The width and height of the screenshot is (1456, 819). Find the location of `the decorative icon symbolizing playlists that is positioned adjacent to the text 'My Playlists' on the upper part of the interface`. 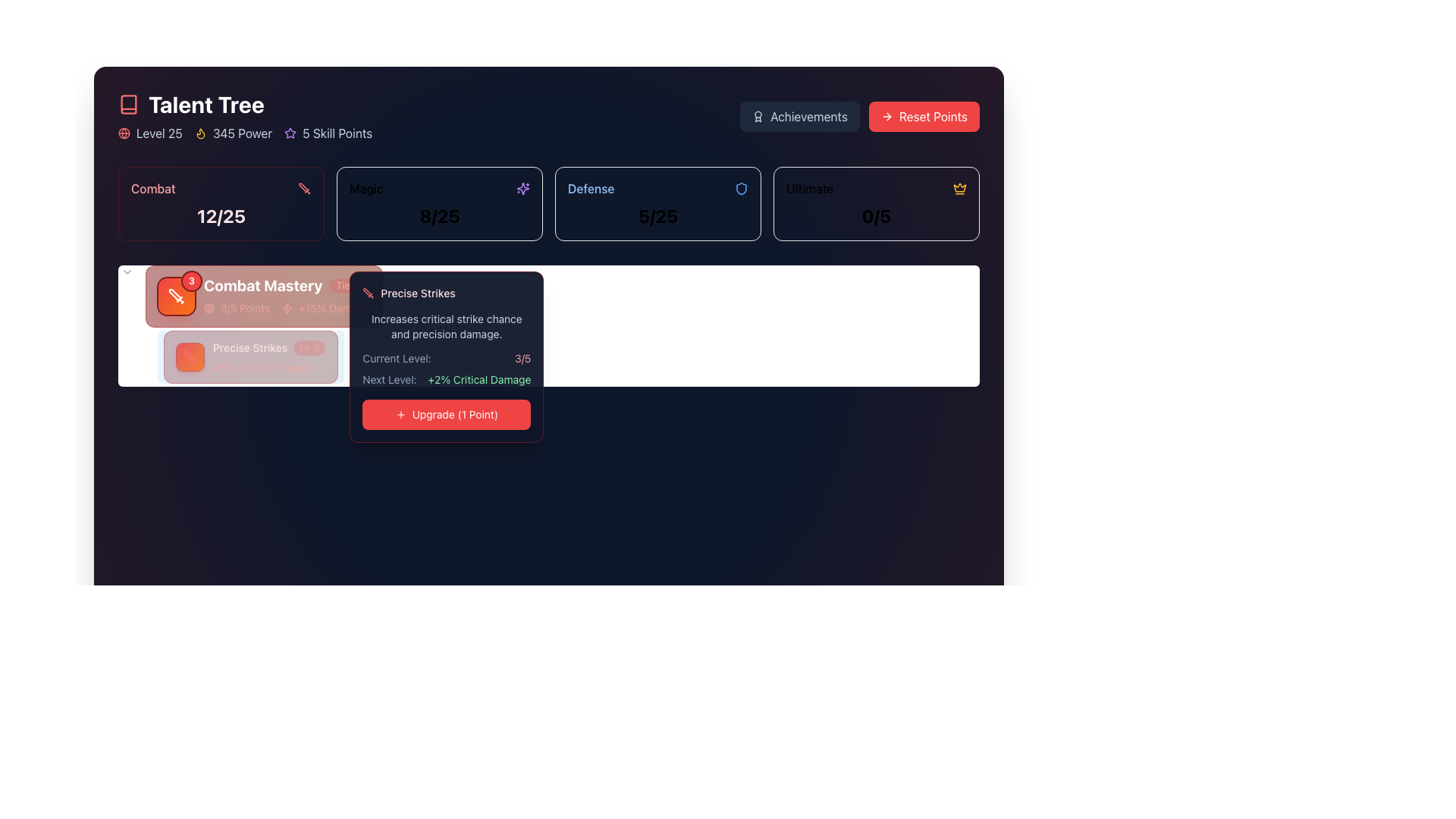

the decorative icon symbolizing playlists that is positioned adjacent to the text 'My Playlists' on the upper part of the interface is located at coordinates (220, 113).